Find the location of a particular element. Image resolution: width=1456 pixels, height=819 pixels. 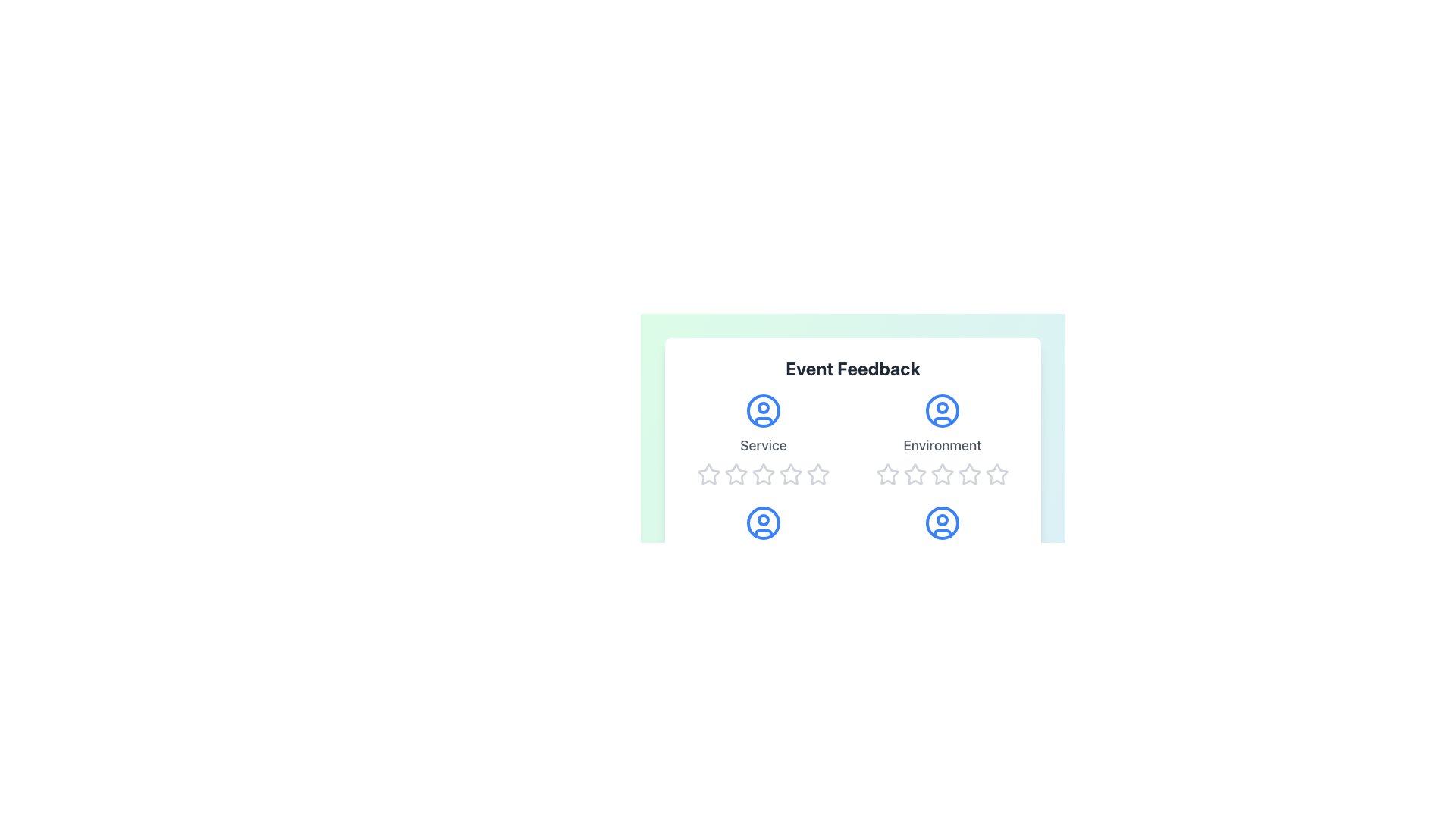

the circular user icon with a blue outline located under the 'Service' label in the user-feedback widget is located at coordinates (764, 411).